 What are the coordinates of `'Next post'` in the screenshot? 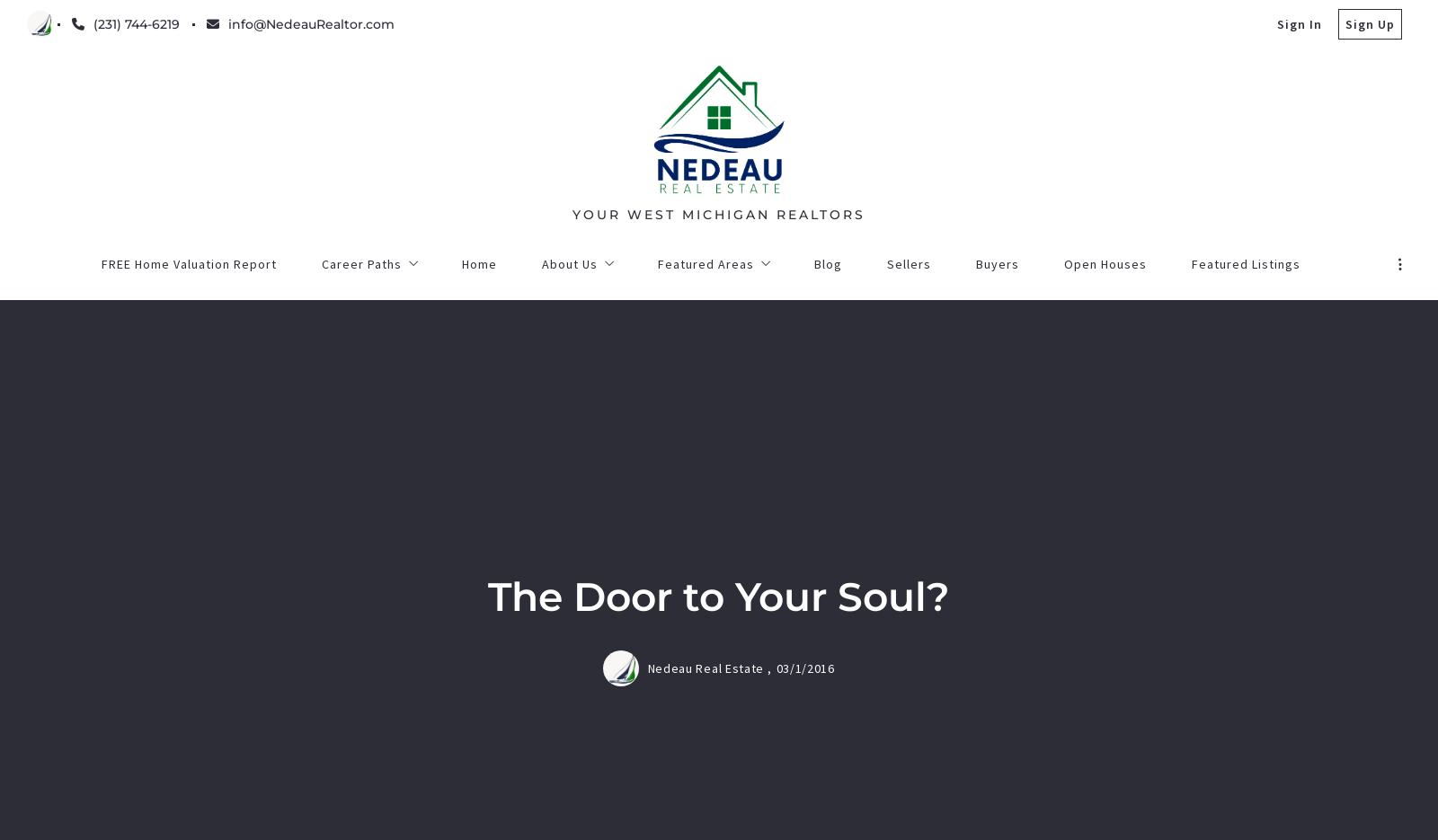 It's located at (800, 469).